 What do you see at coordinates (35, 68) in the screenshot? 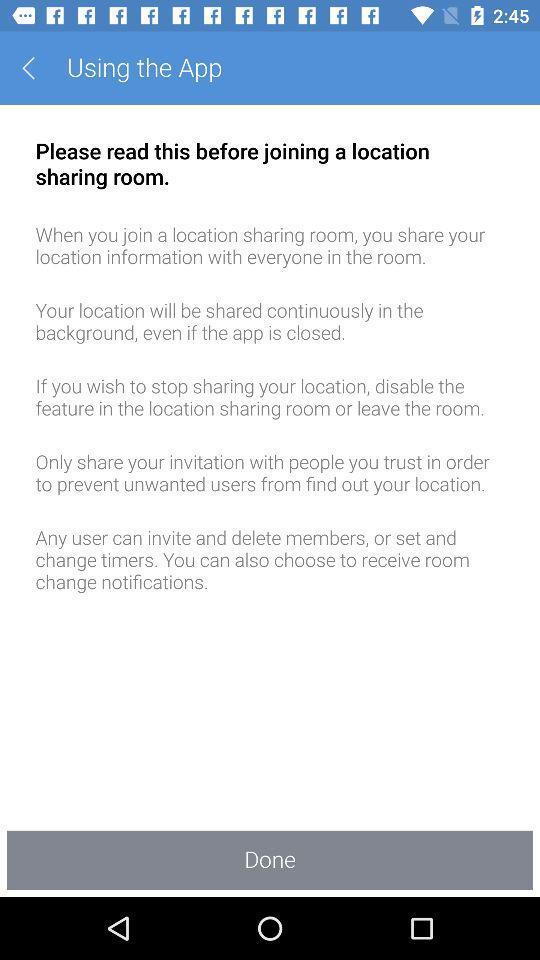
I see `the arrow_backward icon` at bounding box center [35, 68].